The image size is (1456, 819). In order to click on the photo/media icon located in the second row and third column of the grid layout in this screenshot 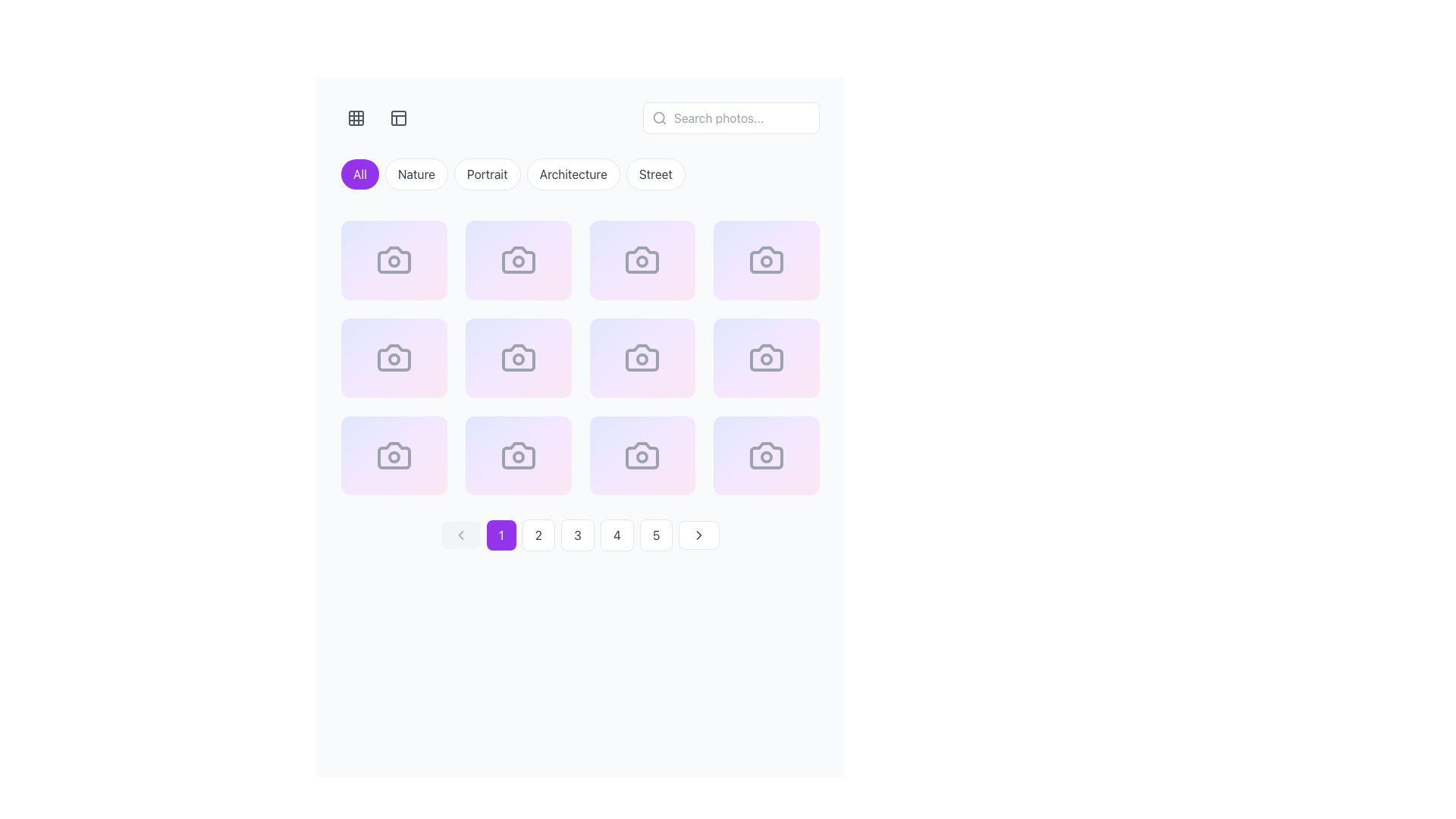, I will do `click(642, 259)`.